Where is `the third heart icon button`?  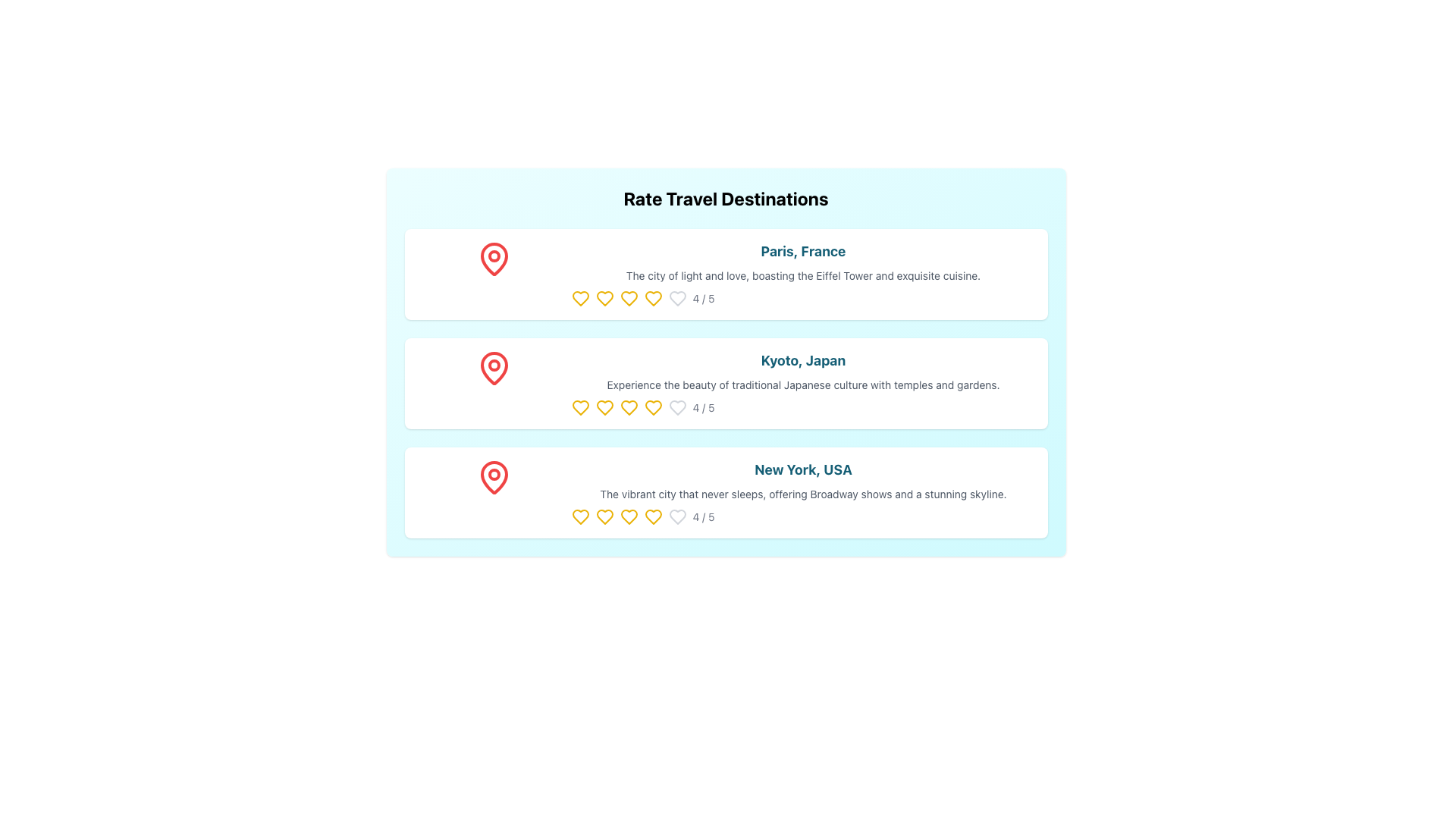
the third heart icon button is located at coordinates (629, 298).